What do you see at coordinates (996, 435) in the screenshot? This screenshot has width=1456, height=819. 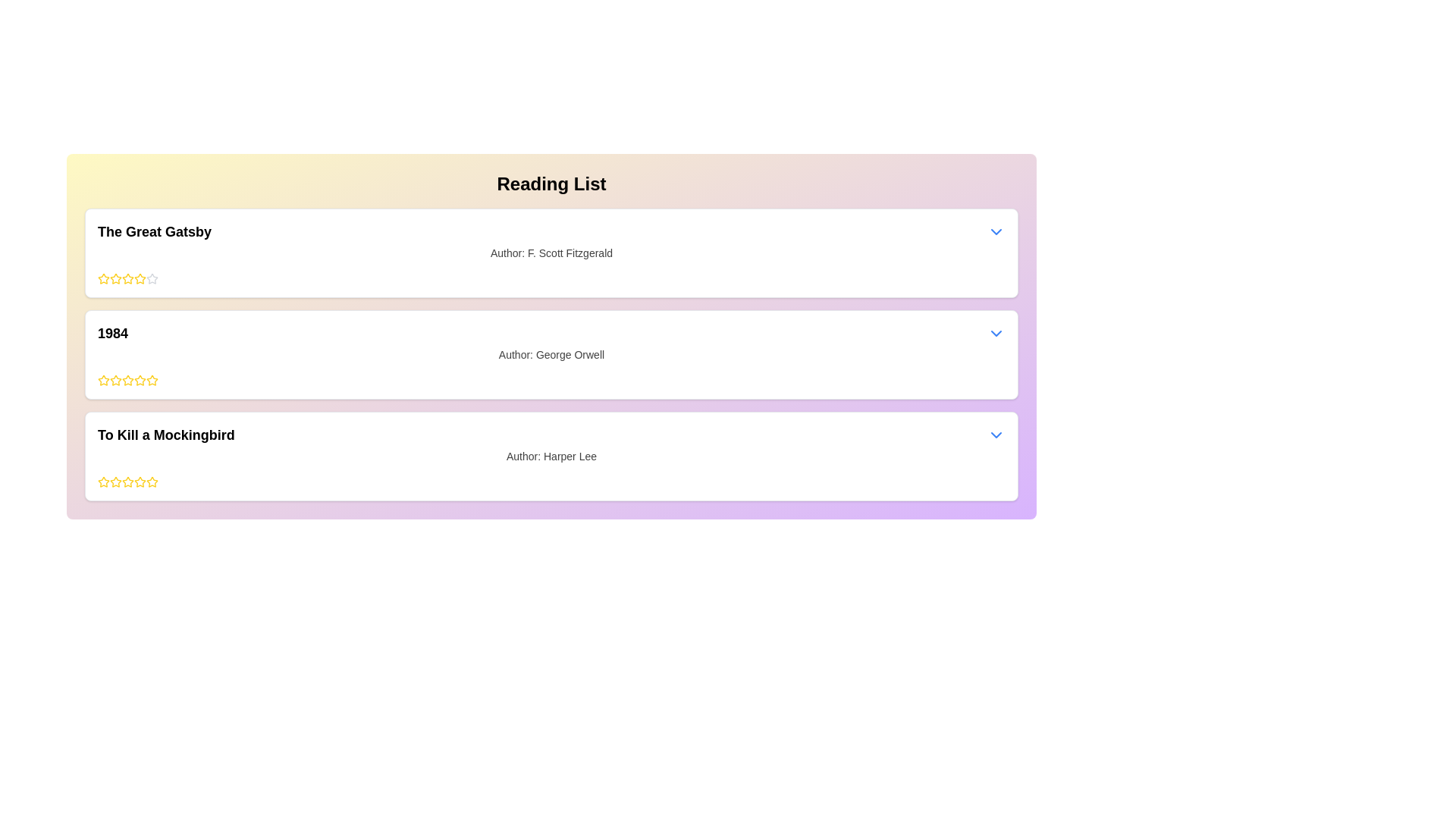 I see `the blue downward-pointing chevron icon` at bounding box center [996, 435].